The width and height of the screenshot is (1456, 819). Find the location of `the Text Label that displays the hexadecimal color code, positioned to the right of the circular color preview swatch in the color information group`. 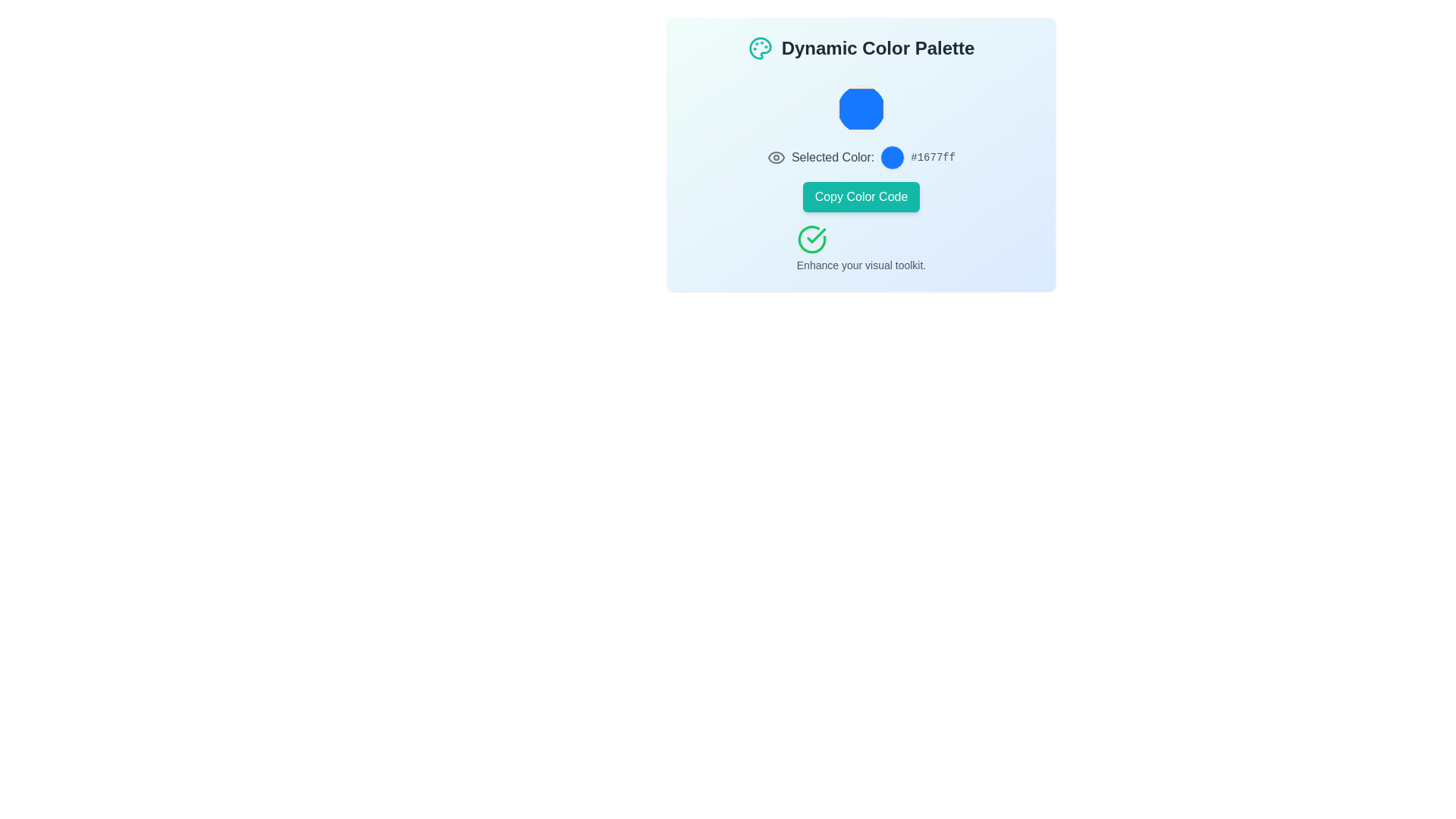

the Text Label that displays the hexadecimal color code, positioned to the right of the circular color preview swatch in the color information group is located at coordinates (932, 158).